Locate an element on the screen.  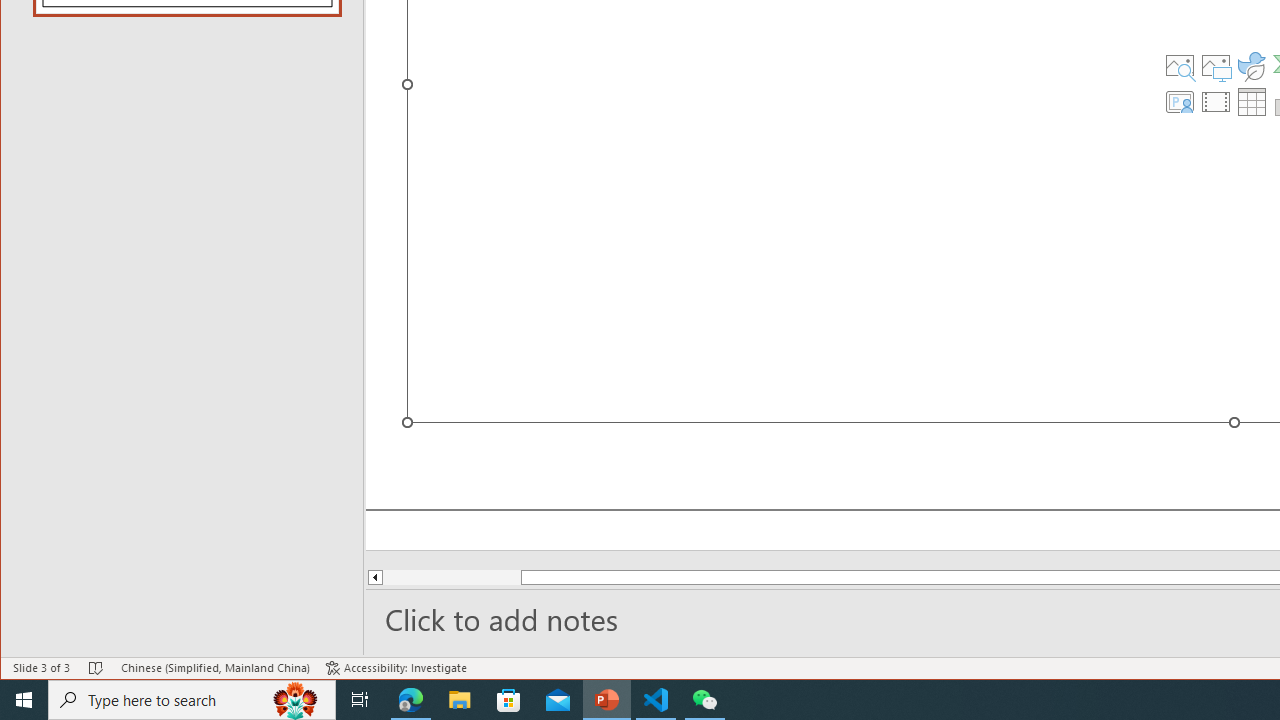
'Accessibility Checker Accessibility: Investigate' is located at coordinates (396, 668).